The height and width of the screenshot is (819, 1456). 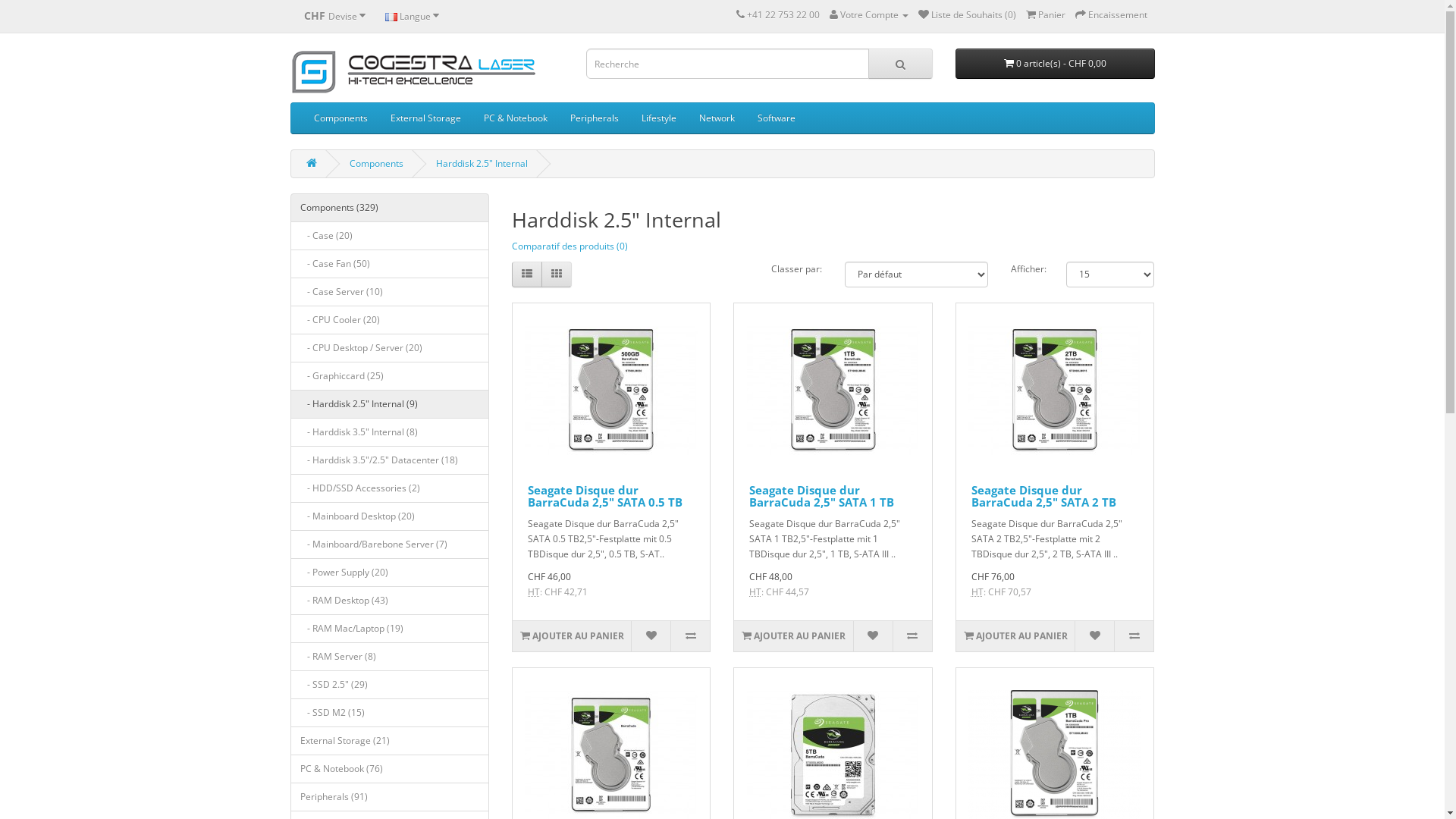 I want to click on 'Comparatif des produits (0)', so click(x=569, y=245).